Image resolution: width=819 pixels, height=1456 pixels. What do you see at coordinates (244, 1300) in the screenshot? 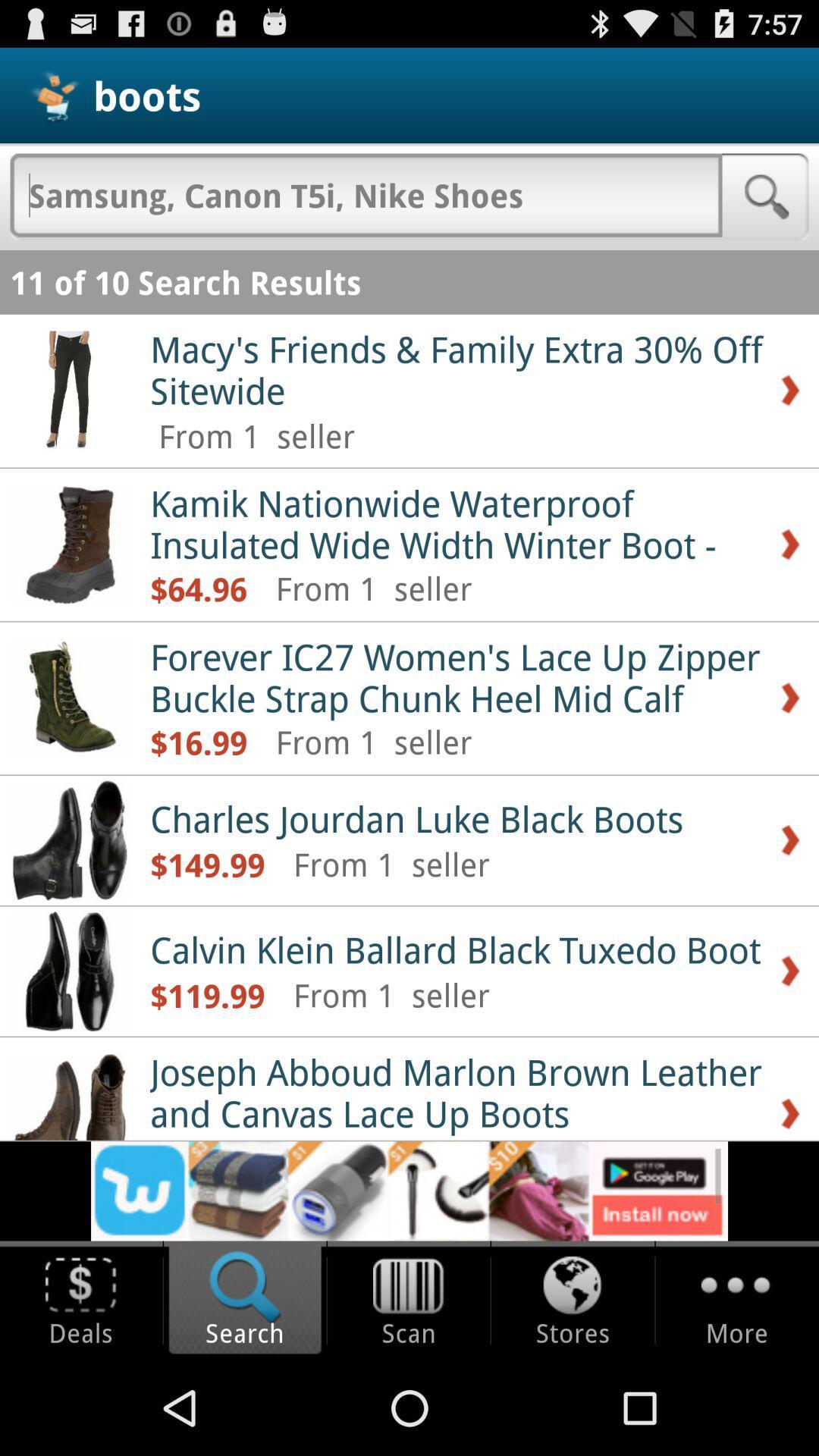
I see `the search icon which is above the navigation bar` at bounding box center [244, 1300].